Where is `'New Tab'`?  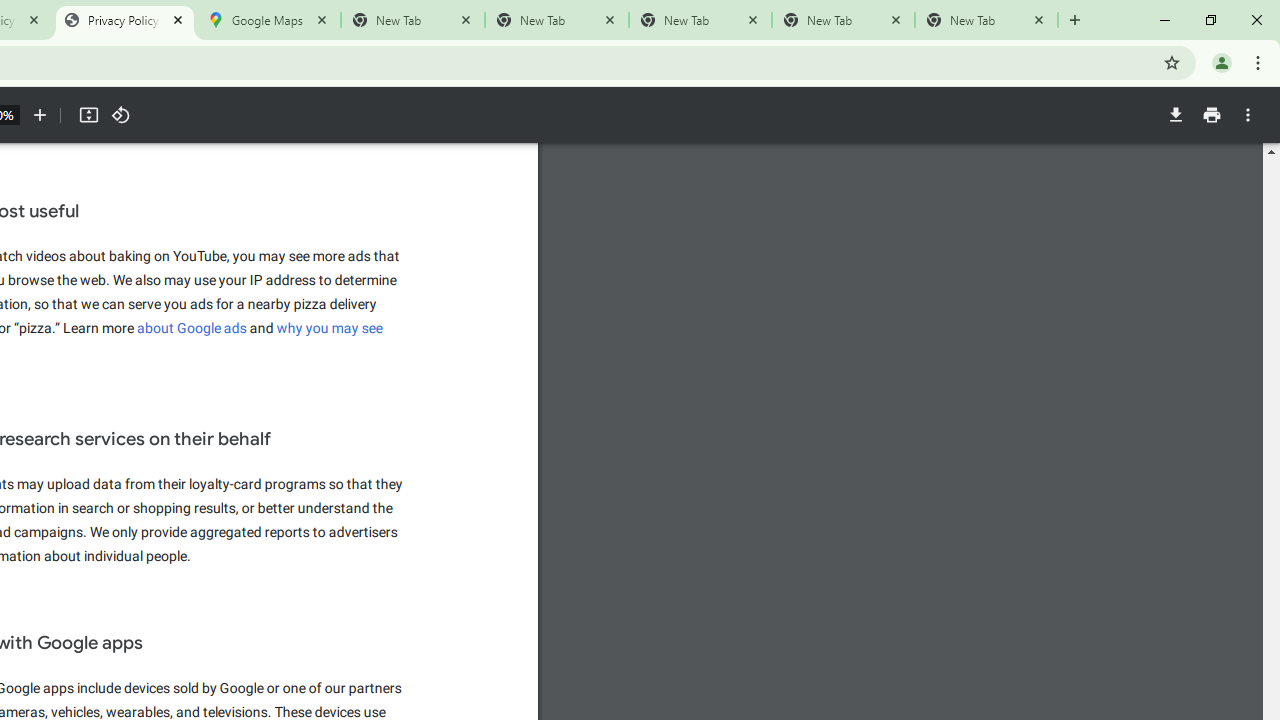
'New Tab' is located at coordinates (986, 20).